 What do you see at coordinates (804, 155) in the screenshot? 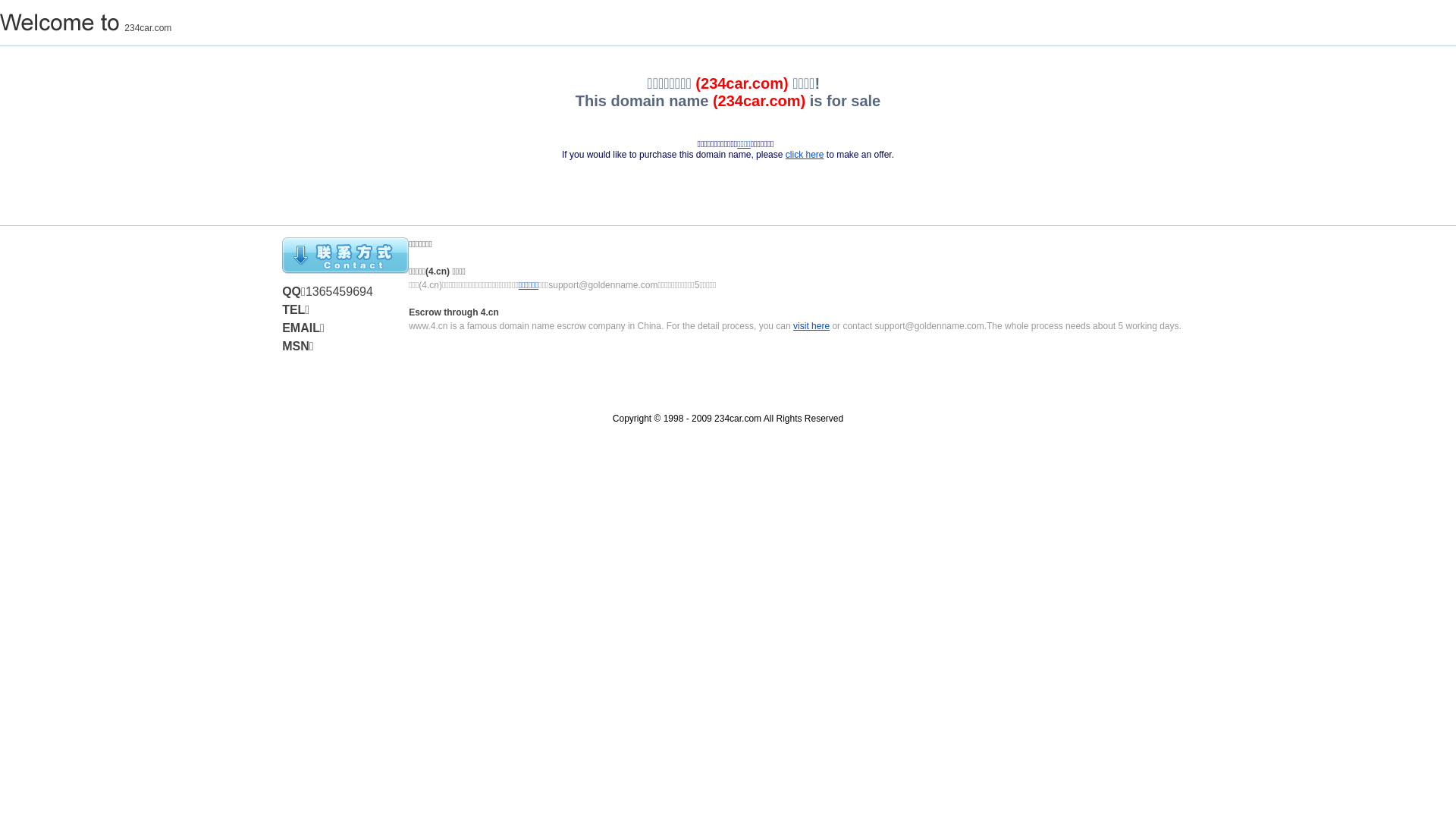
I see `'click here'` at bounding box center [804, 155].